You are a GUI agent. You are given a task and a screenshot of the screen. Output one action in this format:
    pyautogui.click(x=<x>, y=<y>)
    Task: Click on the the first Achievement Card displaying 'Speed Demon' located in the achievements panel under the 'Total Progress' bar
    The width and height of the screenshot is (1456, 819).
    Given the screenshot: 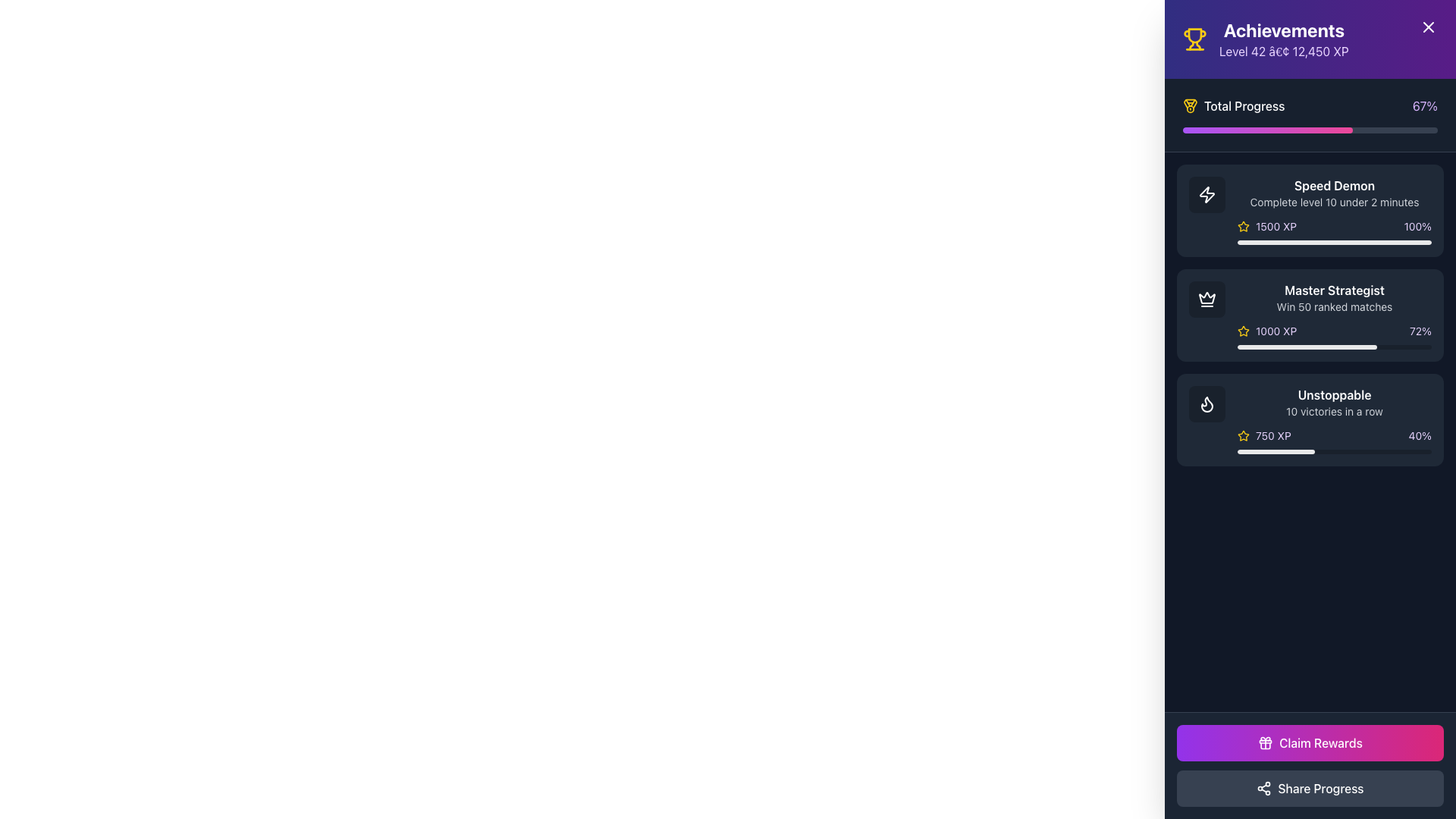 What is the action you would take?
    pyautogui.click(x=1310, y=210)
    